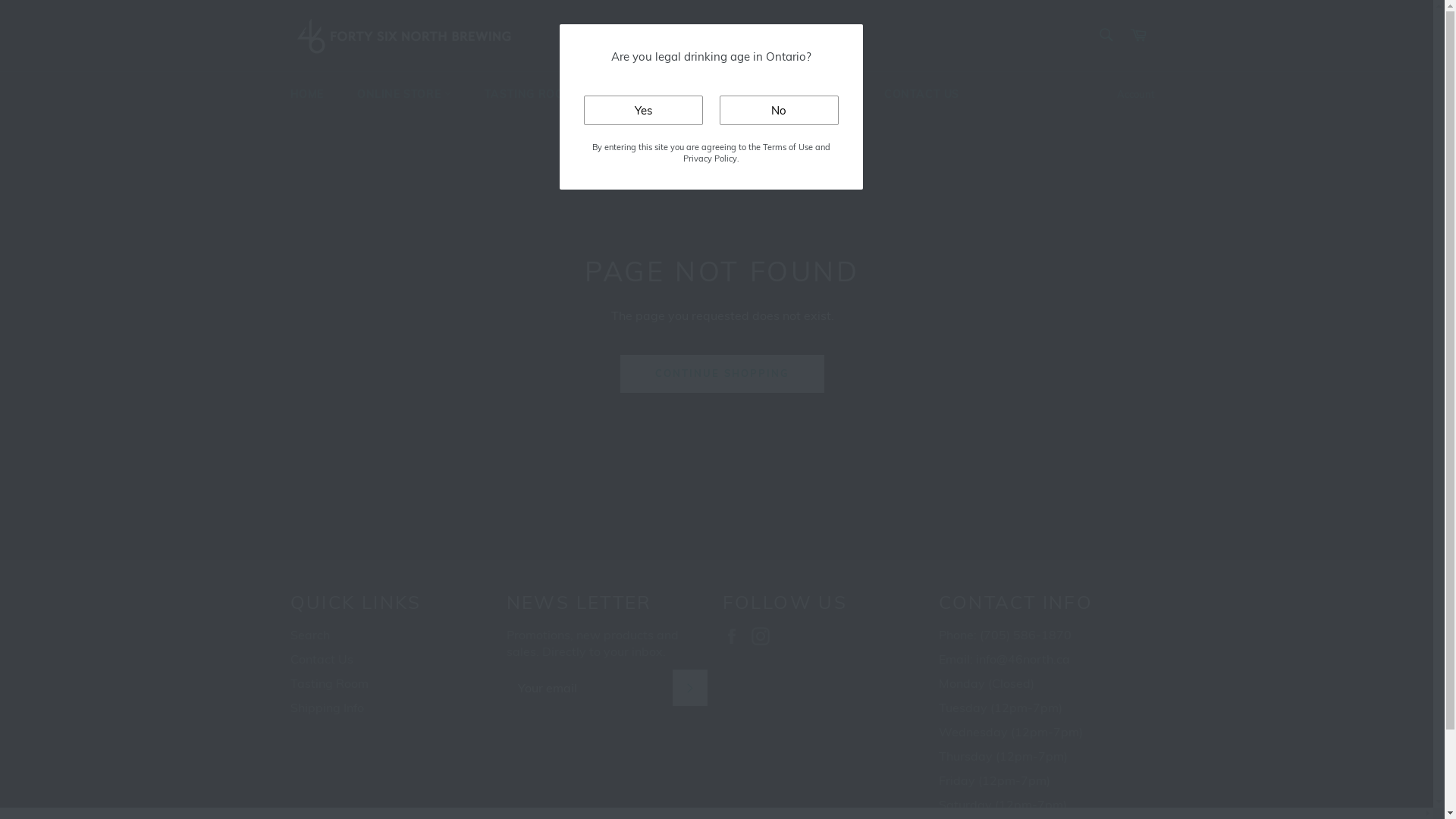 The width and height of the screenshot is (1456, 819). Describe the element at coordinates (673, 94) in the screenshot. I see `'PRIVATE BOOKINGS'` at that location.